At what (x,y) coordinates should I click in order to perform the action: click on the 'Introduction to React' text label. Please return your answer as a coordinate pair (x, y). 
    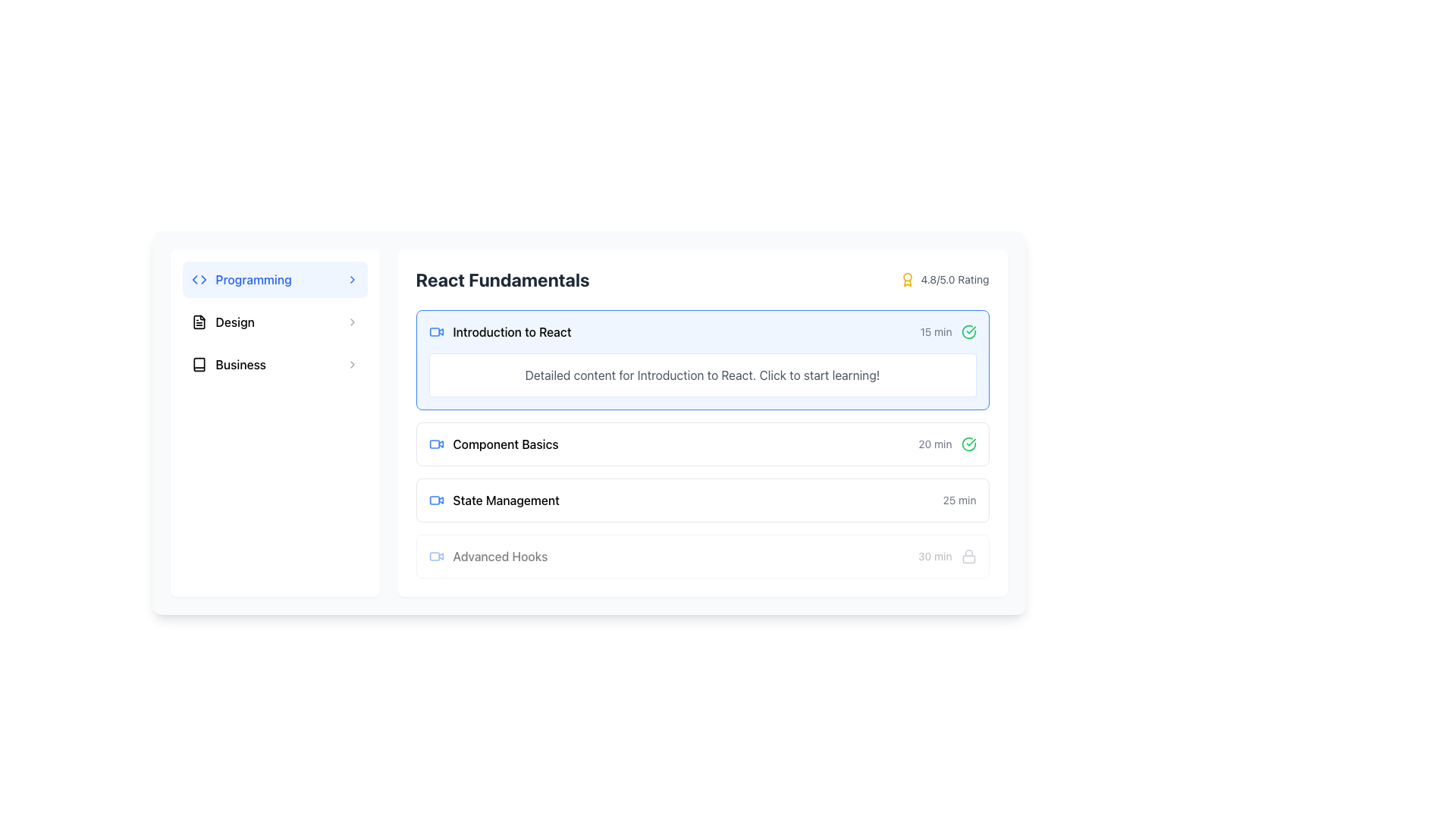
    Looking at the image, I should click on (500, 331).